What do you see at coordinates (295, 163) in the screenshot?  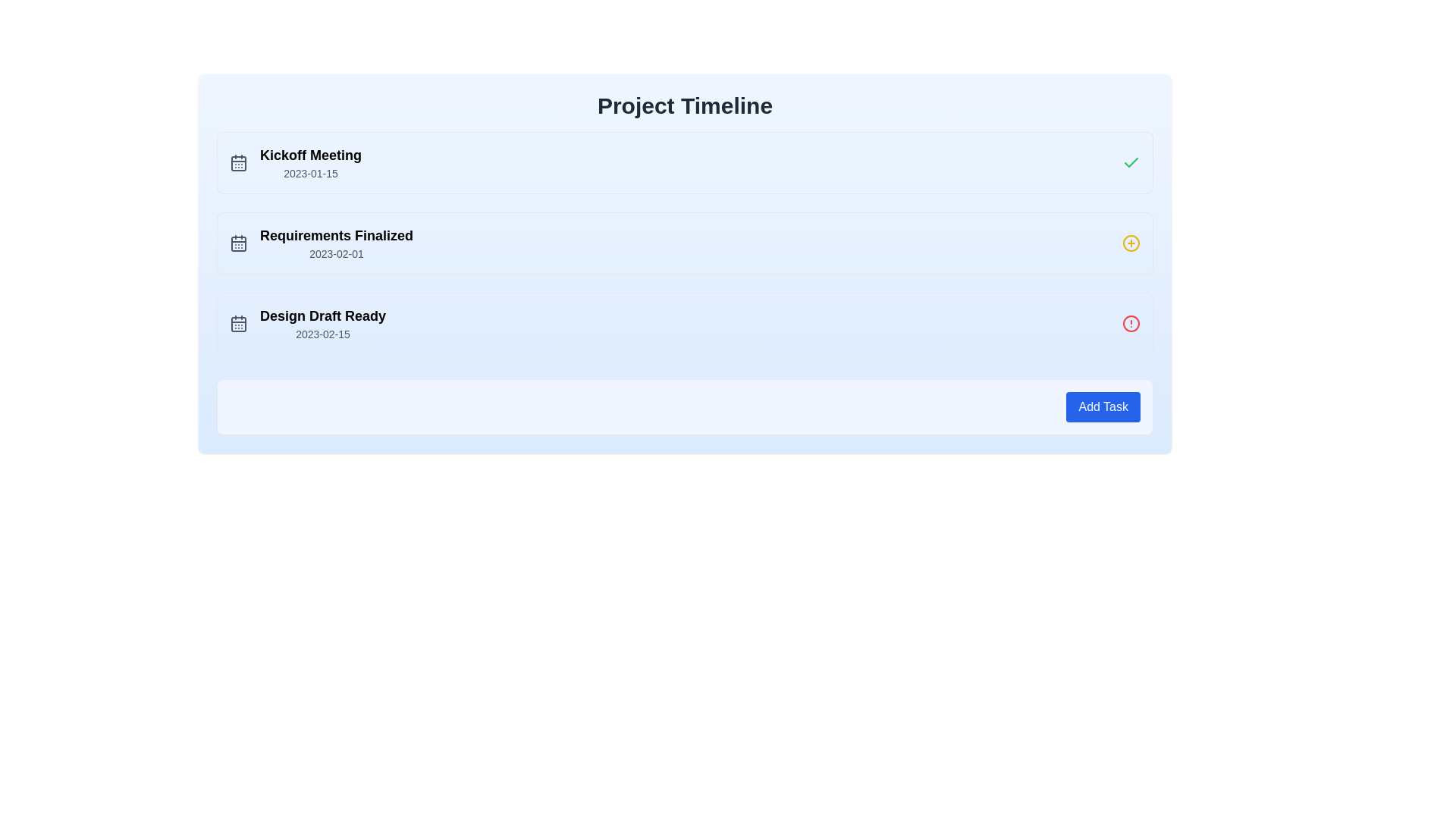 I see `the first list item in the vertical timeline titled 'Kickoff Meeting' with the date '2023-01-15'` at bounding box center [295, 163].